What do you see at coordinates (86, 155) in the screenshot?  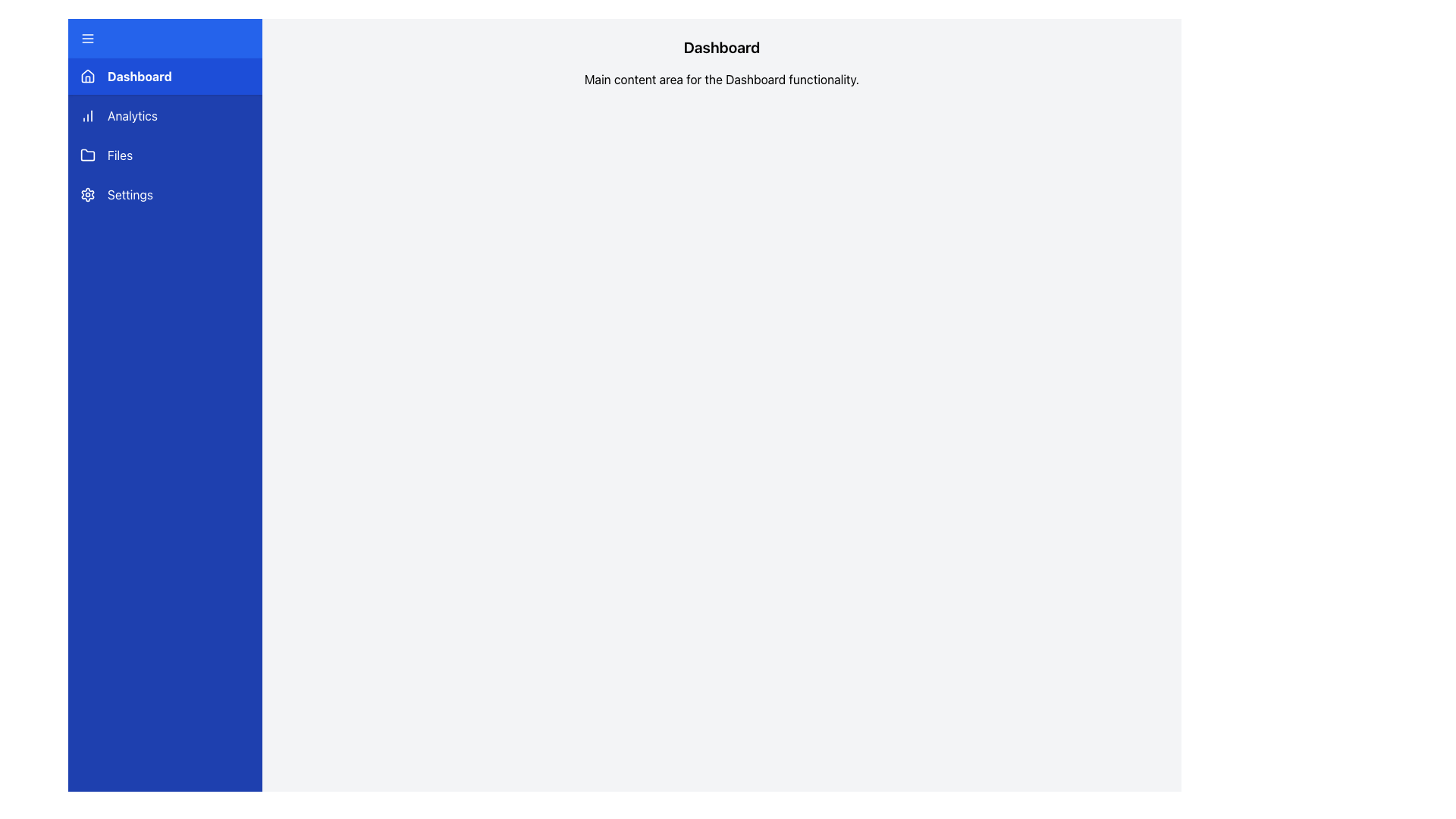 I see `the folder icon representing the 'Files' menu item, which is located in the left sidebar below 'Analytics' and above 'Settings'` at bounding box center [86, 155].